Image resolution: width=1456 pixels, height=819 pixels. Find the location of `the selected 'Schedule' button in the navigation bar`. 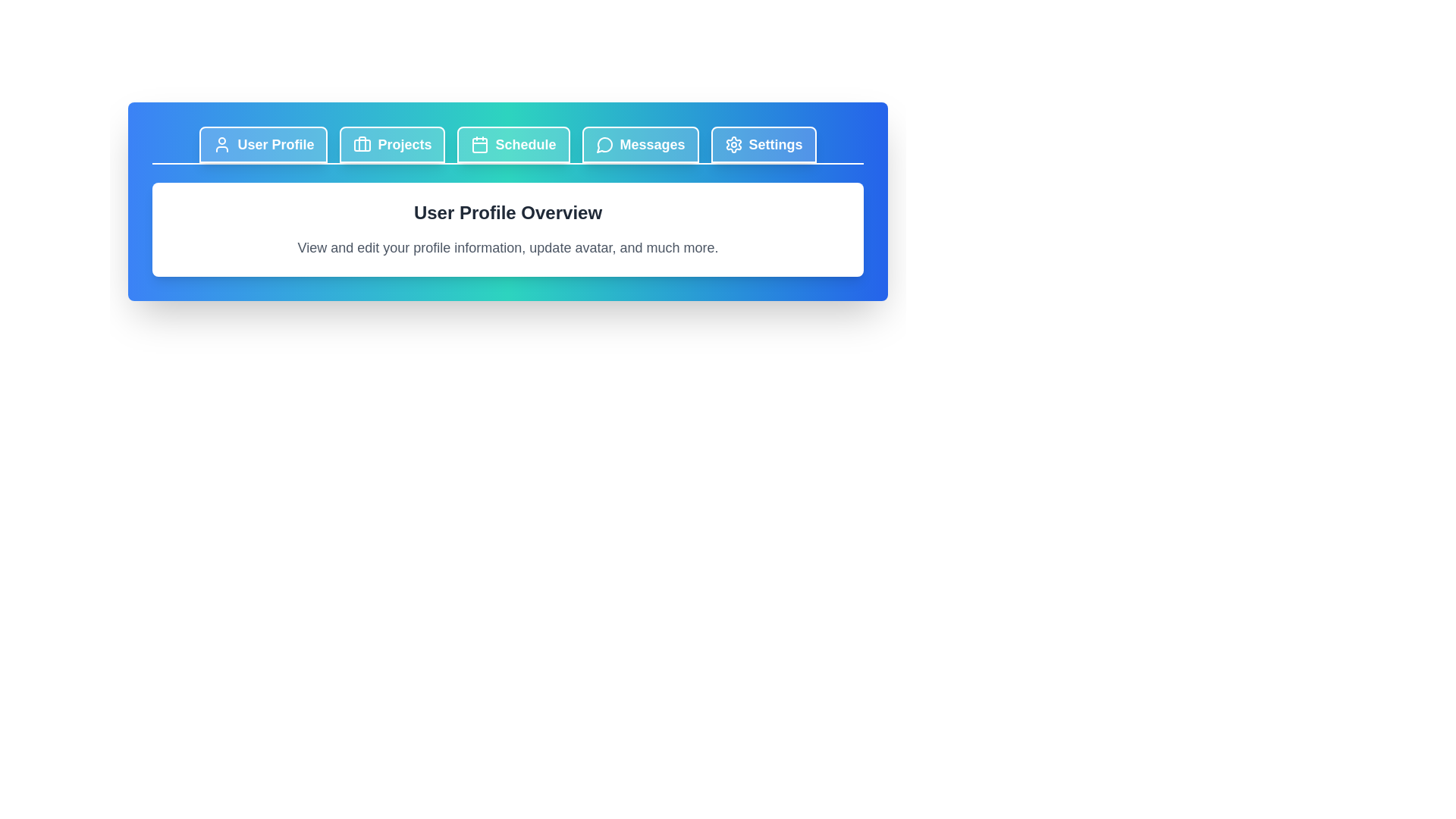

the selected 'Schedule' button in the navigation bar is located at coordinates (513, 145).